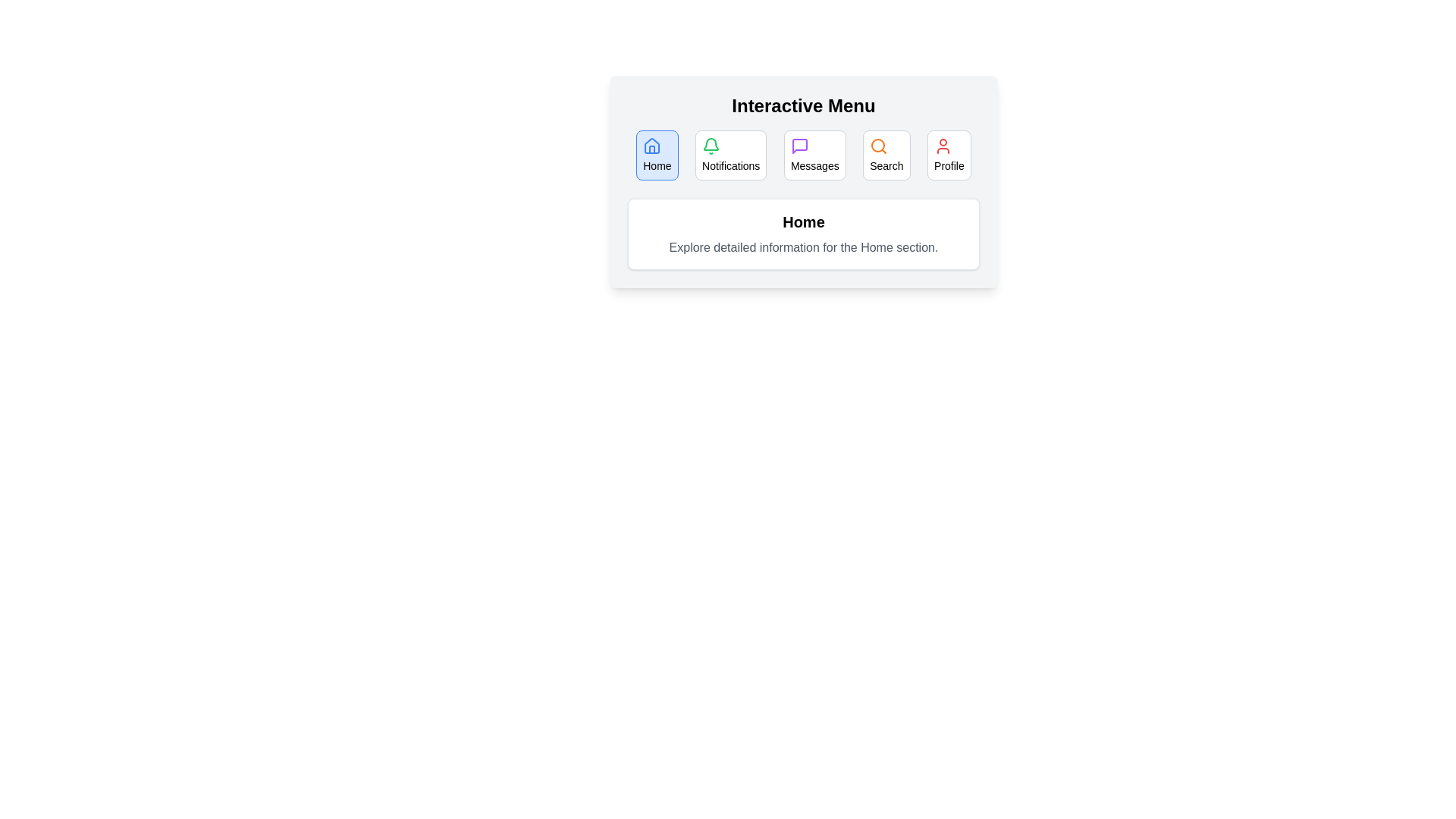  I want to click on the 'Notifications' button, which is the second button in the horizontal menu, so click(731, 155).